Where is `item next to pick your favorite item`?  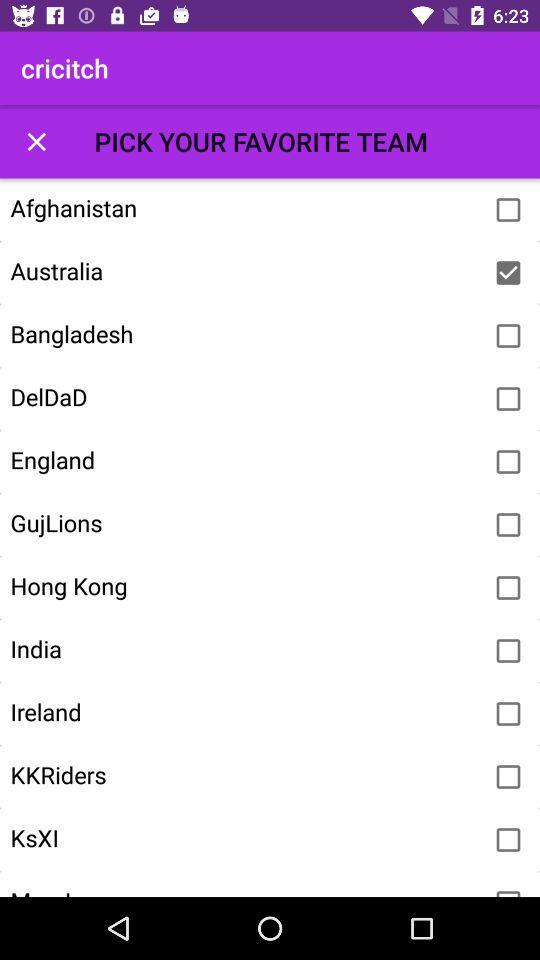
item next to pick your favorite item is located at coordinates (36, 140).